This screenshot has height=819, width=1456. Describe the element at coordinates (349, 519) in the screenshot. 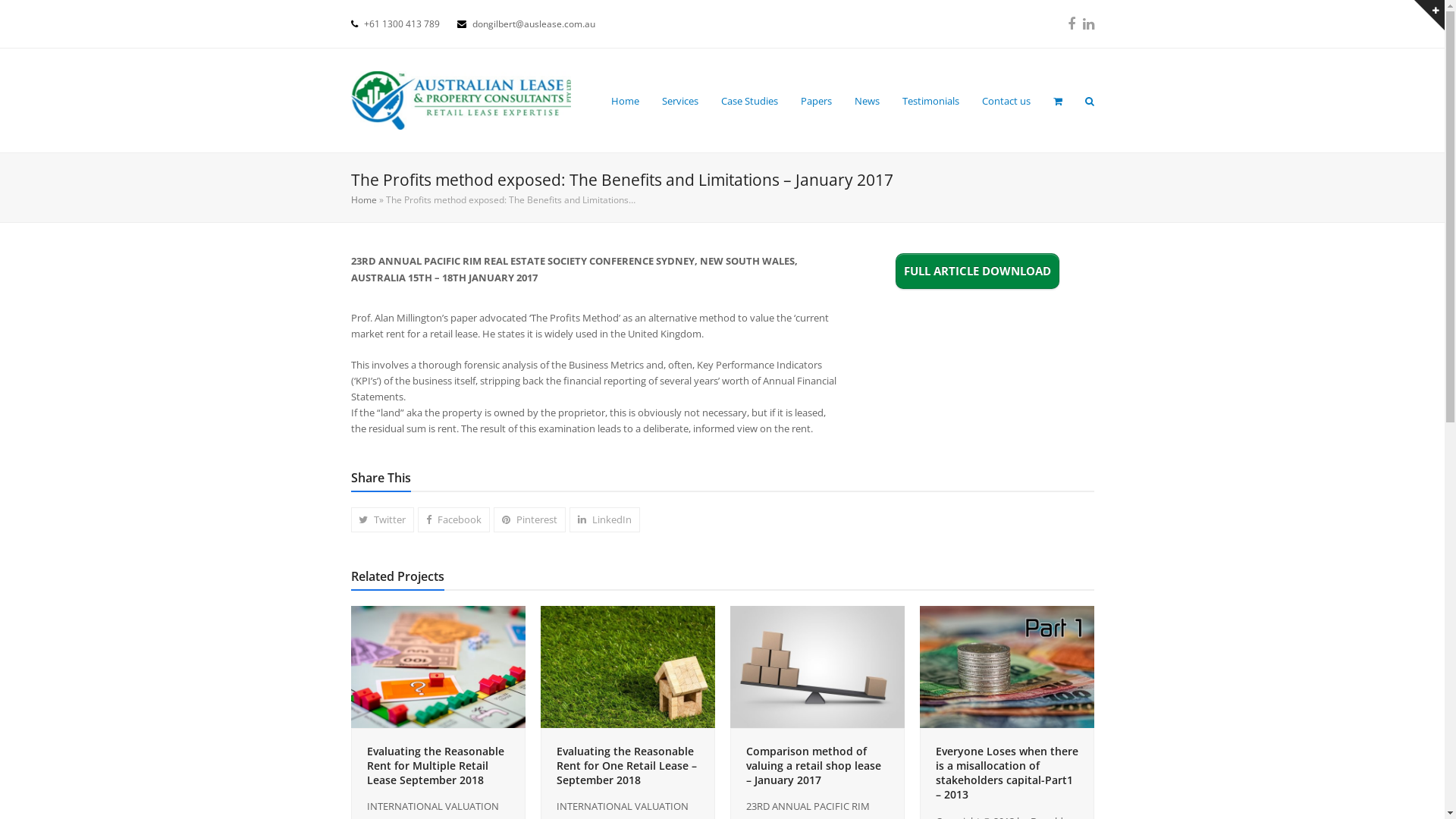

I see `'Twitter'` at that location.